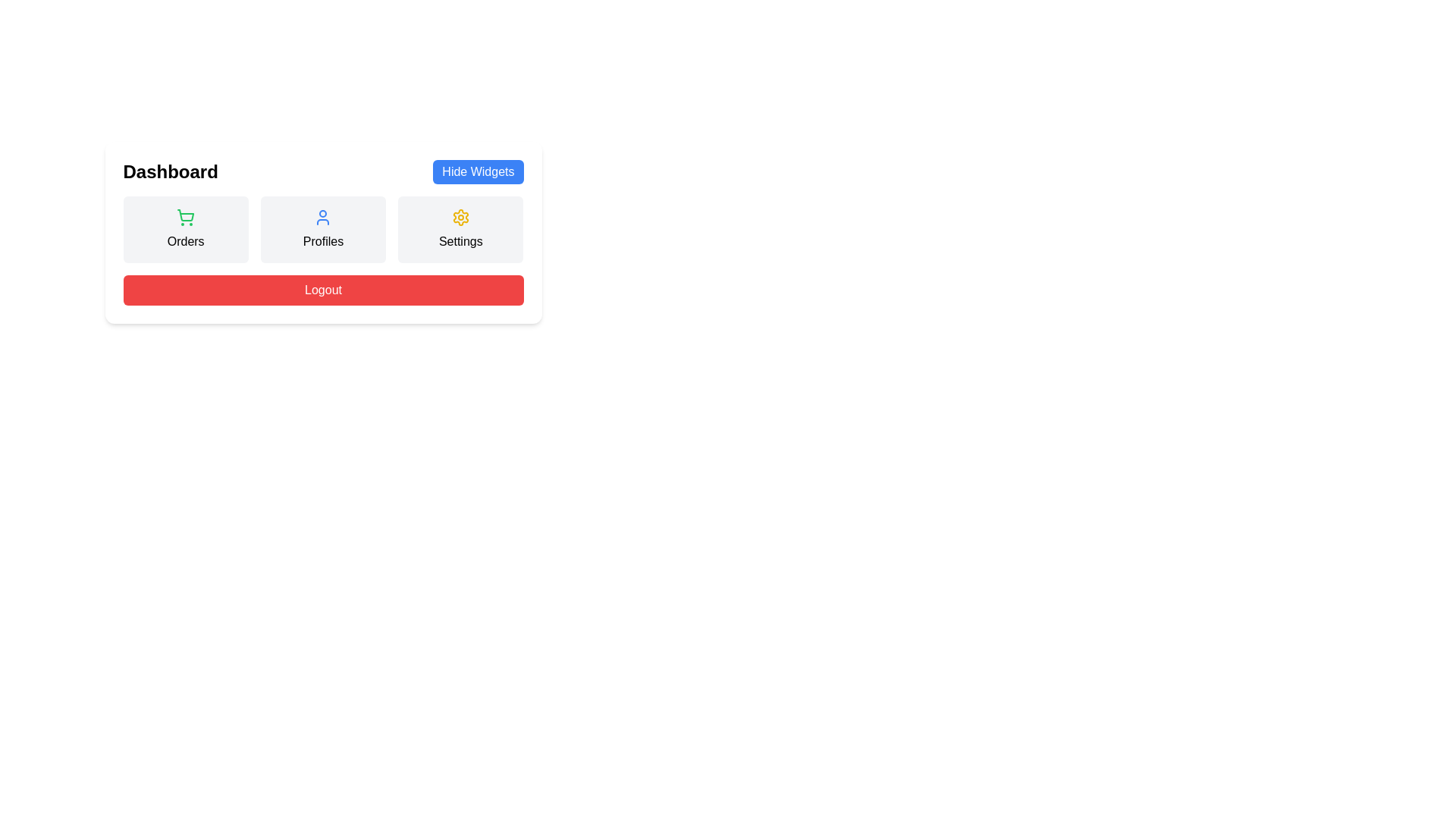  I want to click on the rectangular blue button labeled 'Hide Widgets' located in the top right corner of the section to hide widgets, so click(477, 171).